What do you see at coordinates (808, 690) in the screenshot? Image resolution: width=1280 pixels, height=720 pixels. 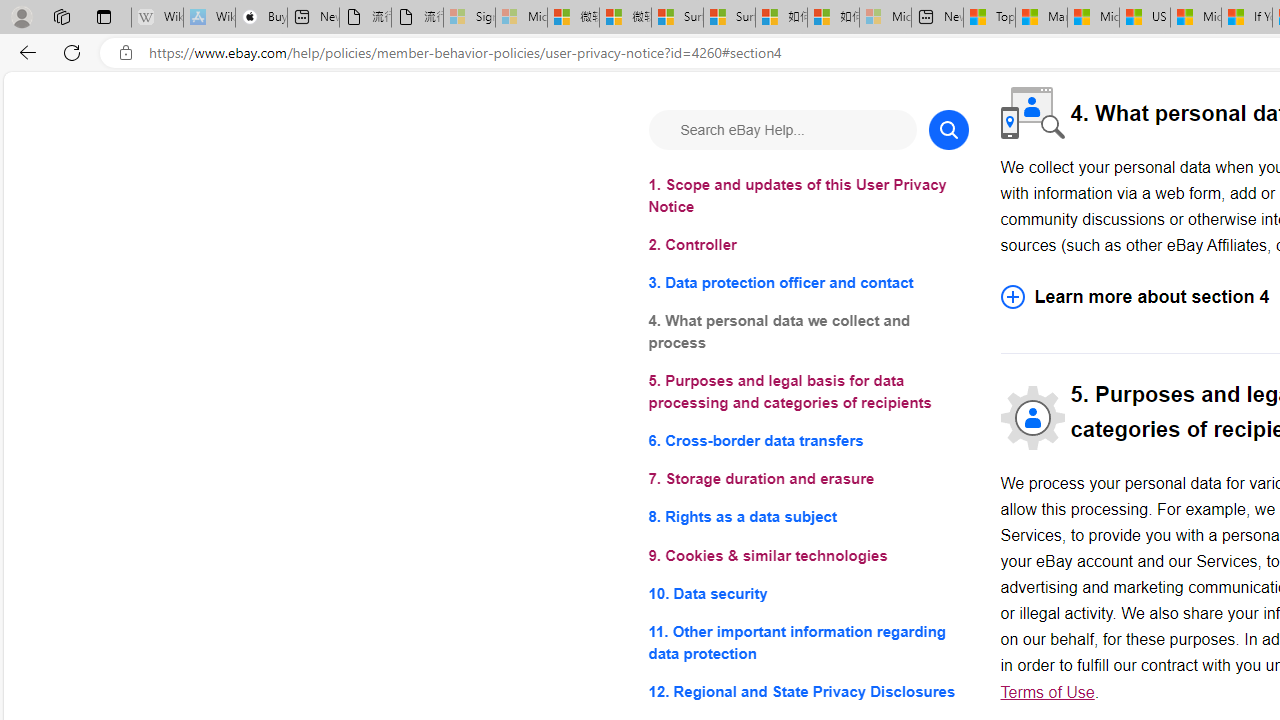 I see `'12. Regional and State Privacy Disclosures'` at bounding box center [808, 690].